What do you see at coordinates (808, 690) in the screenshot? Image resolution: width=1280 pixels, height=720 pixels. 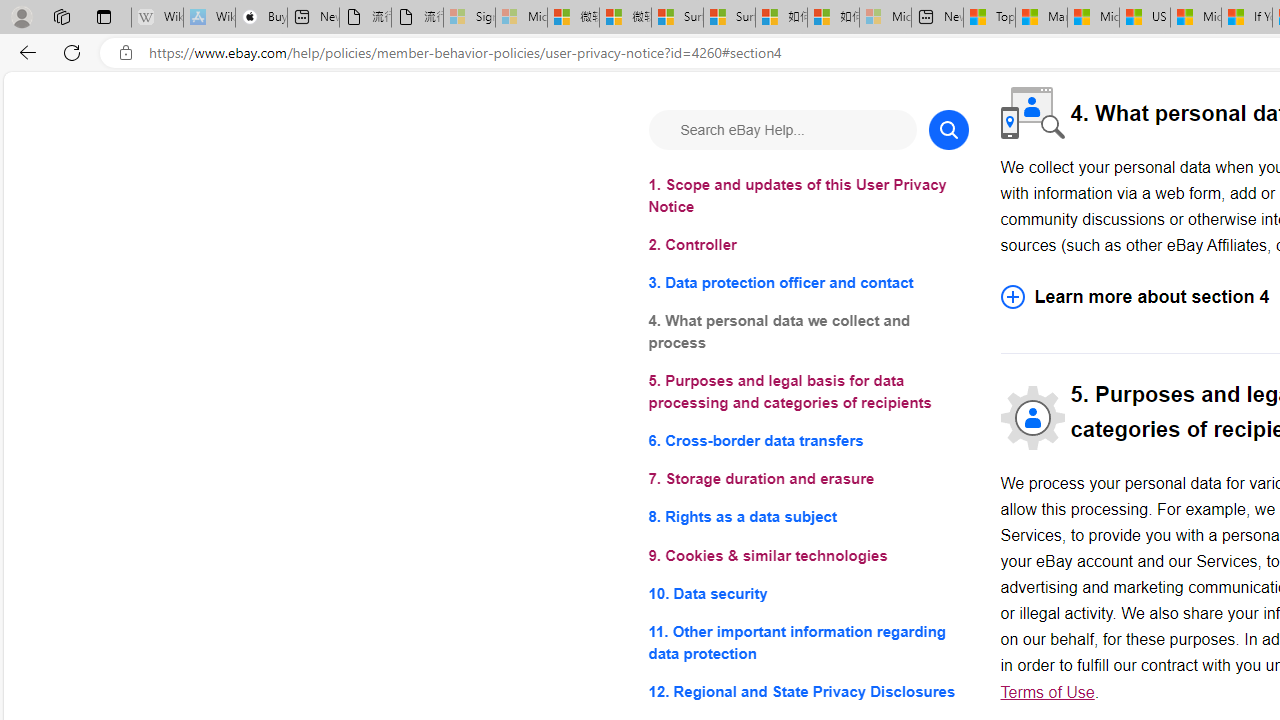 I see `'12. Regional and State Privacy Disclosures'` at bounding box center [808, 690].